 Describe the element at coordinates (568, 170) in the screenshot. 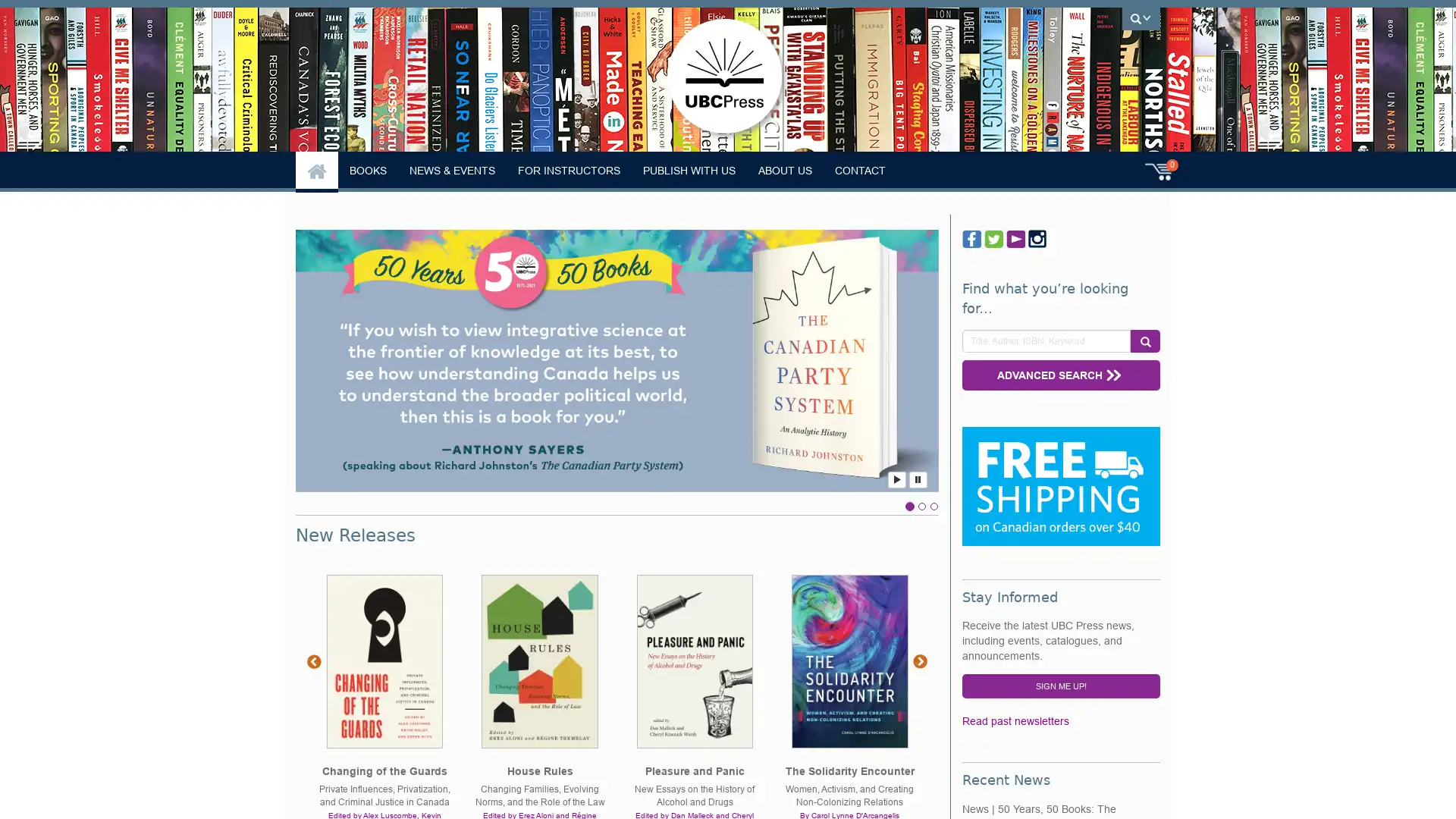

I see `FOR INSTRUCTORS` at that location.